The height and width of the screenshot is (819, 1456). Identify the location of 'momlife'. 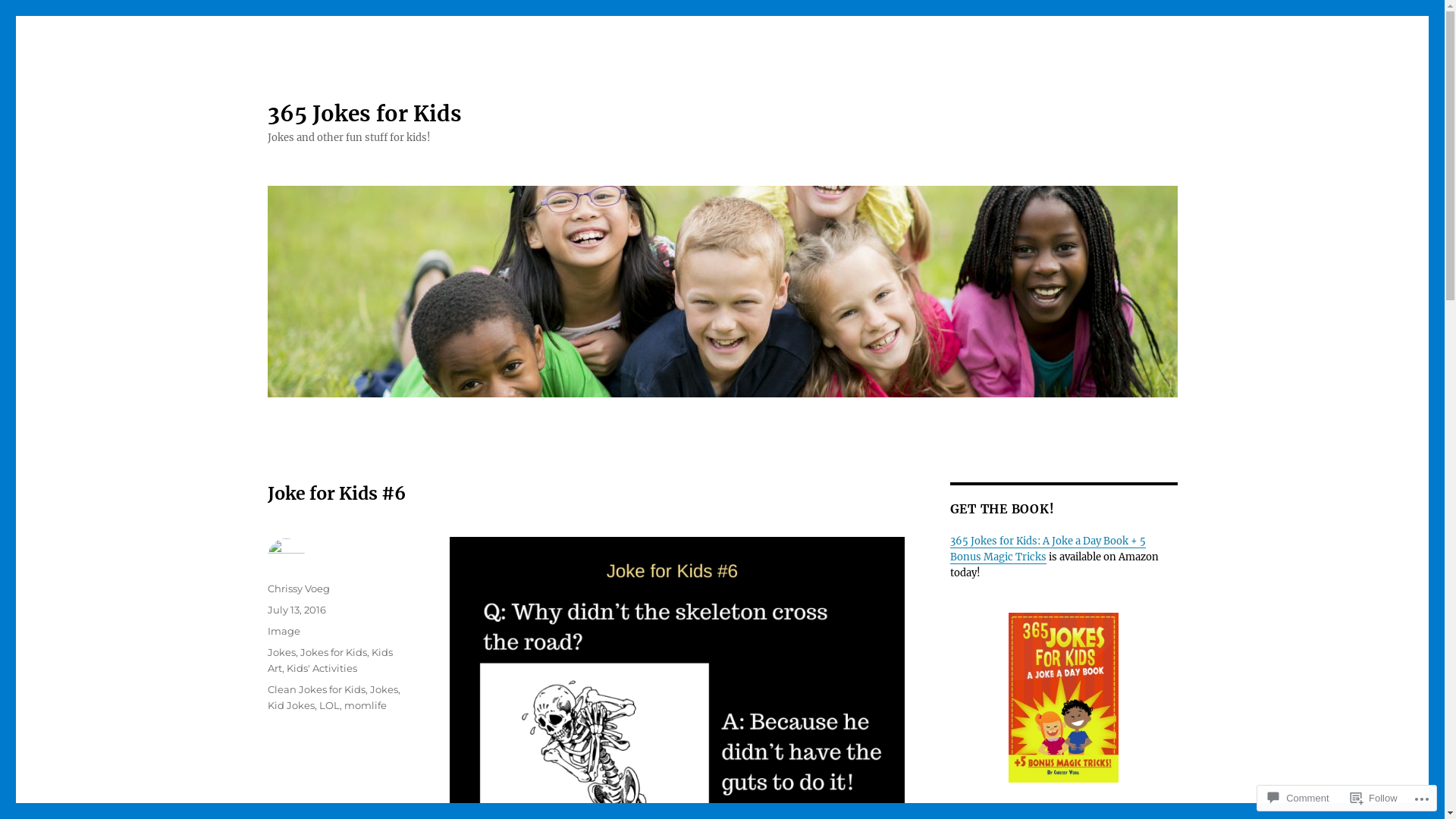
(344, 704).